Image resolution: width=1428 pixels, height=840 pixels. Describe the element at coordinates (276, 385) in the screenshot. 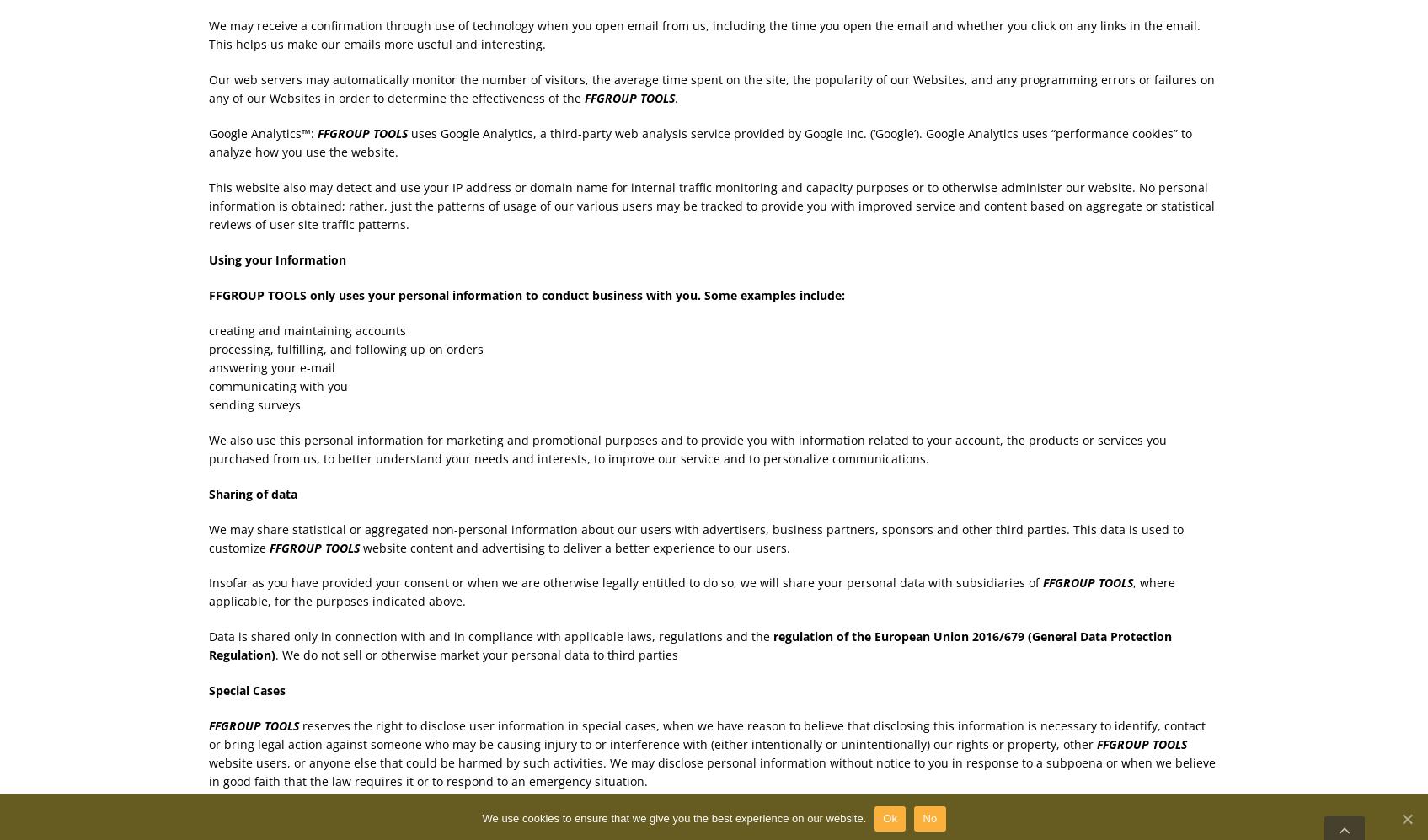

I see `'communicating with you'` at that location.